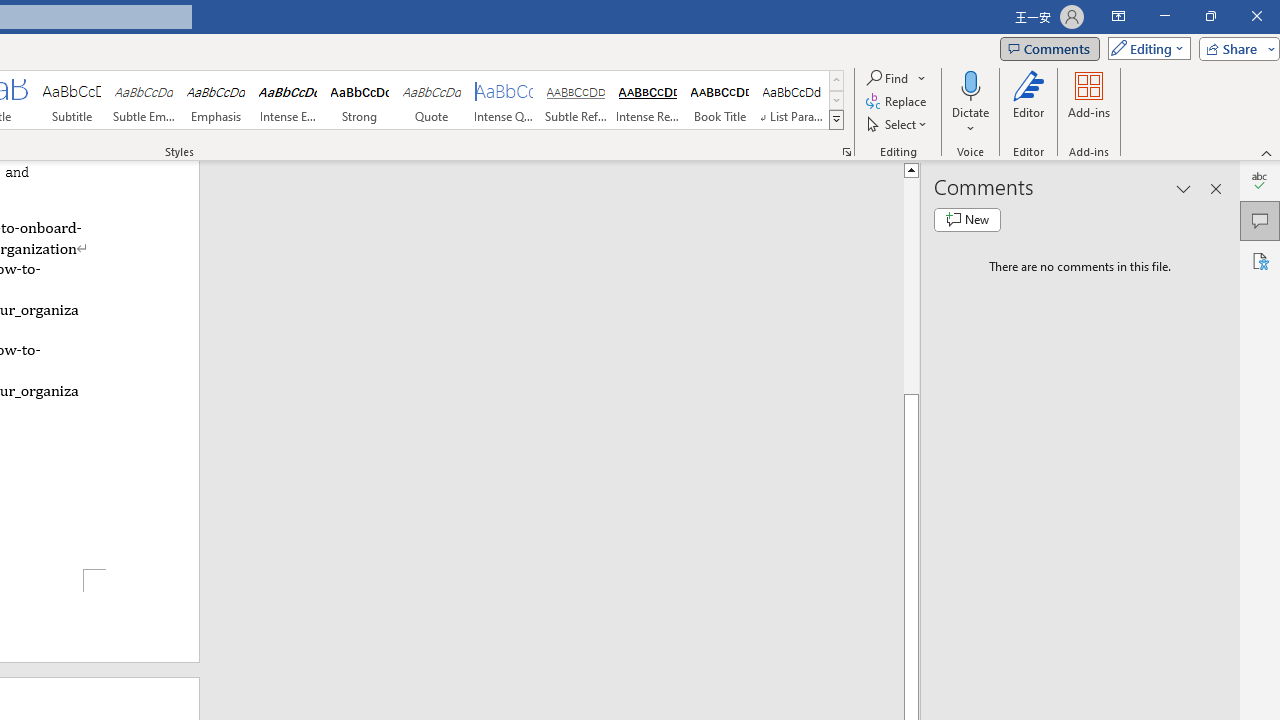 The image size is (1280, 720). I want to click on 'New comment', so click(967, 219).